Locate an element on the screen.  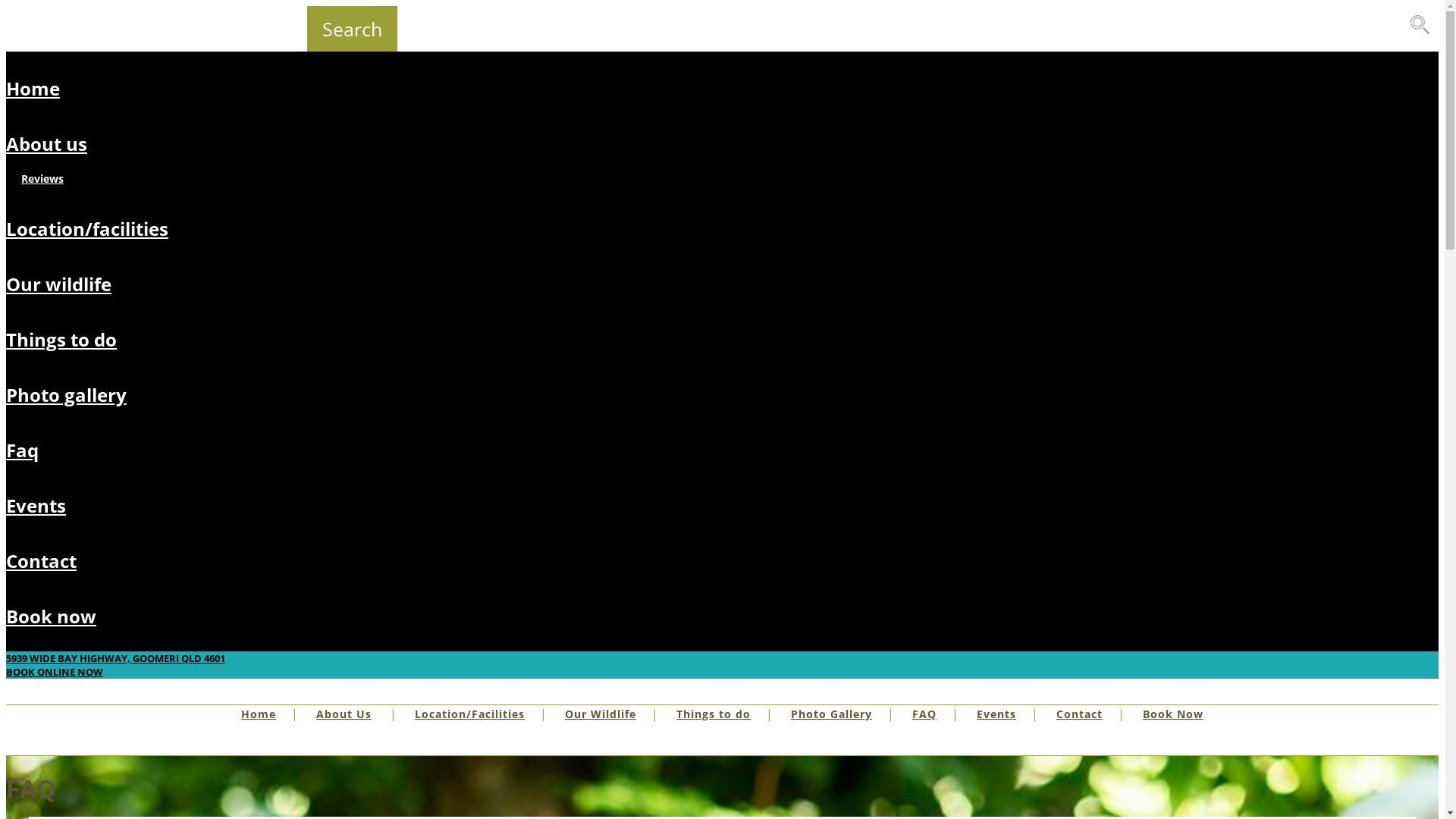
'FAQ' is located at coordinates (924, 714).